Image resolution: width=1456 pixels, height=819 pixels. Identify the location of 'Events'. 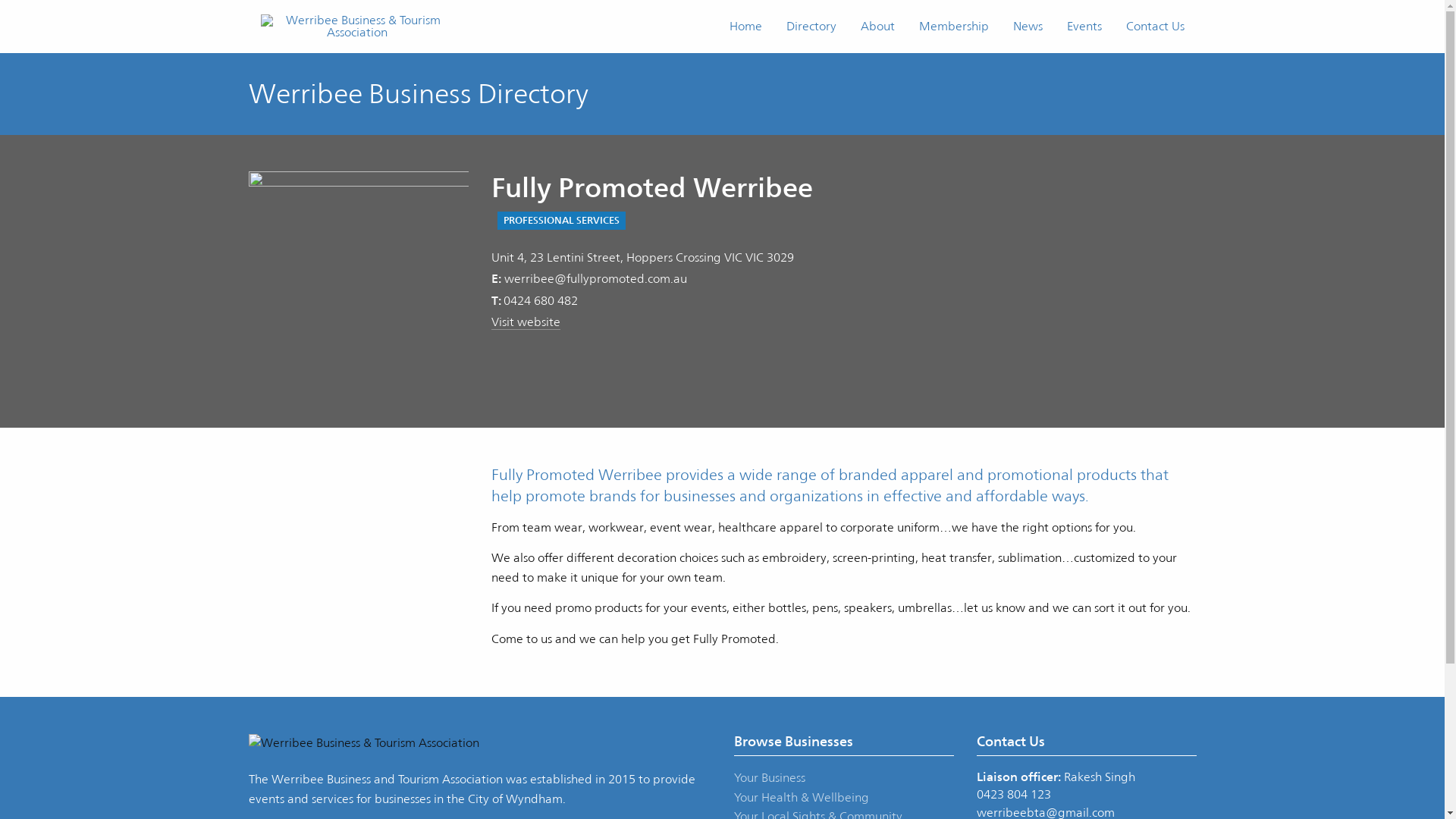
(1083, 26).